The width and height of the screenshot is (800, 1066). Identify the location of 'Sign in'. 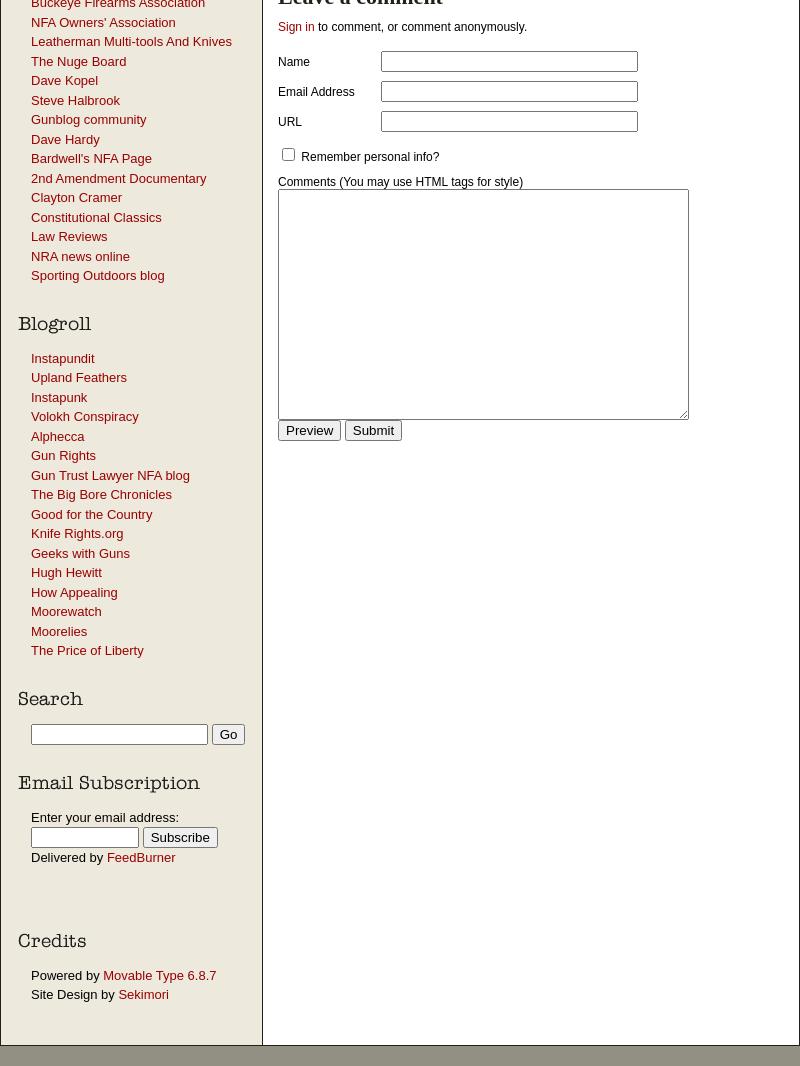
(278, 25).